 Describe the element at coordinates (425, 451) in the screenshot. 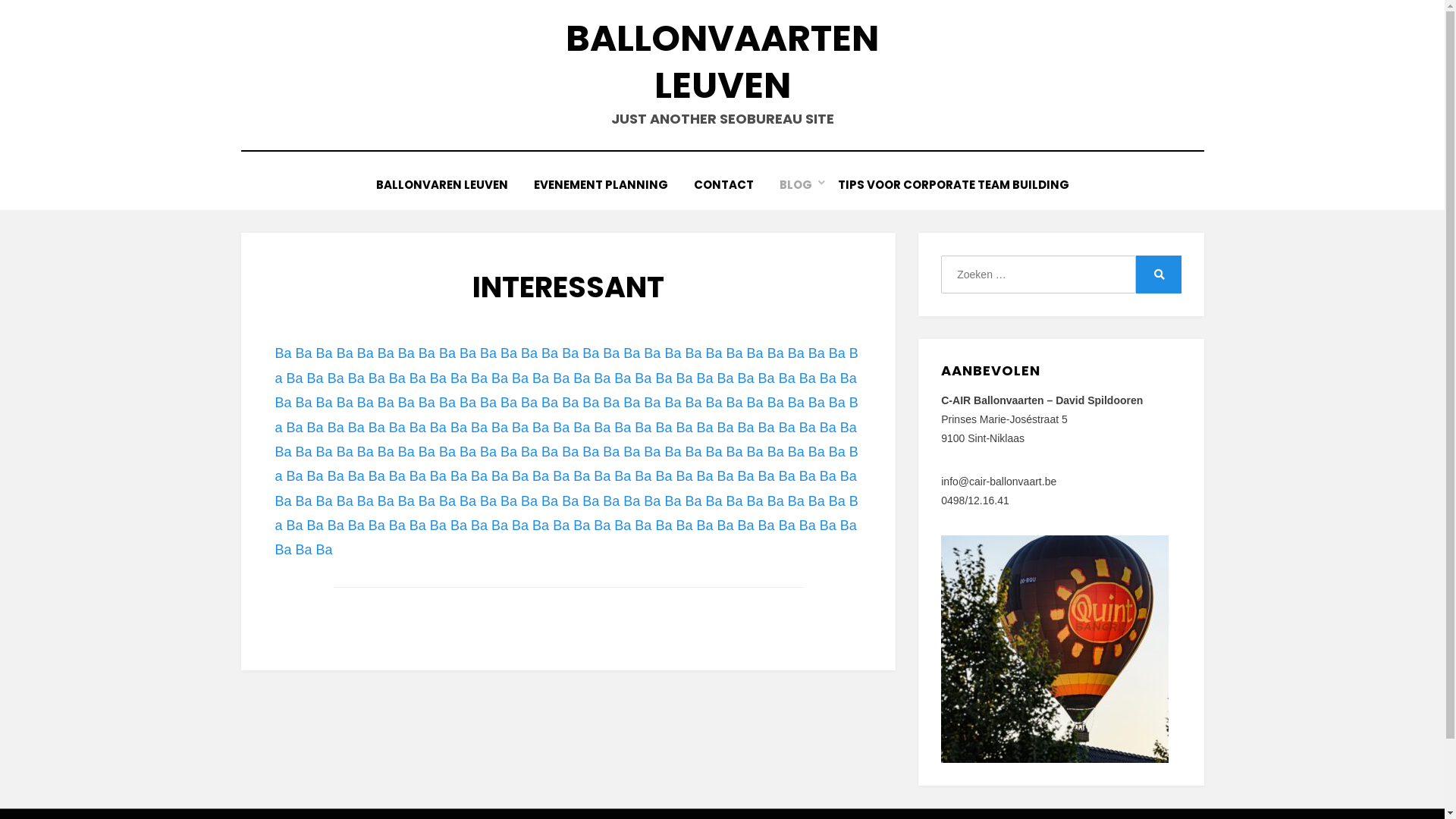

I see `'Ba'` at that location.